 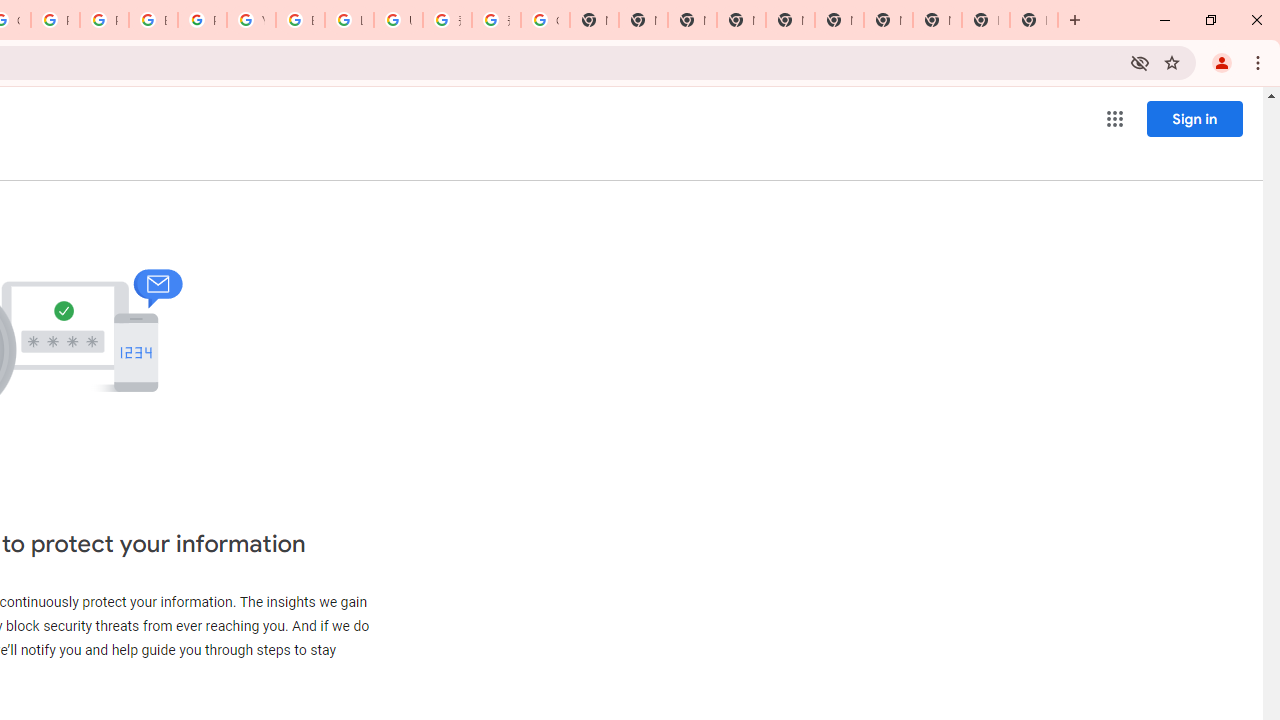 I want to click on 'YouTube', so click(x=250, y=20).